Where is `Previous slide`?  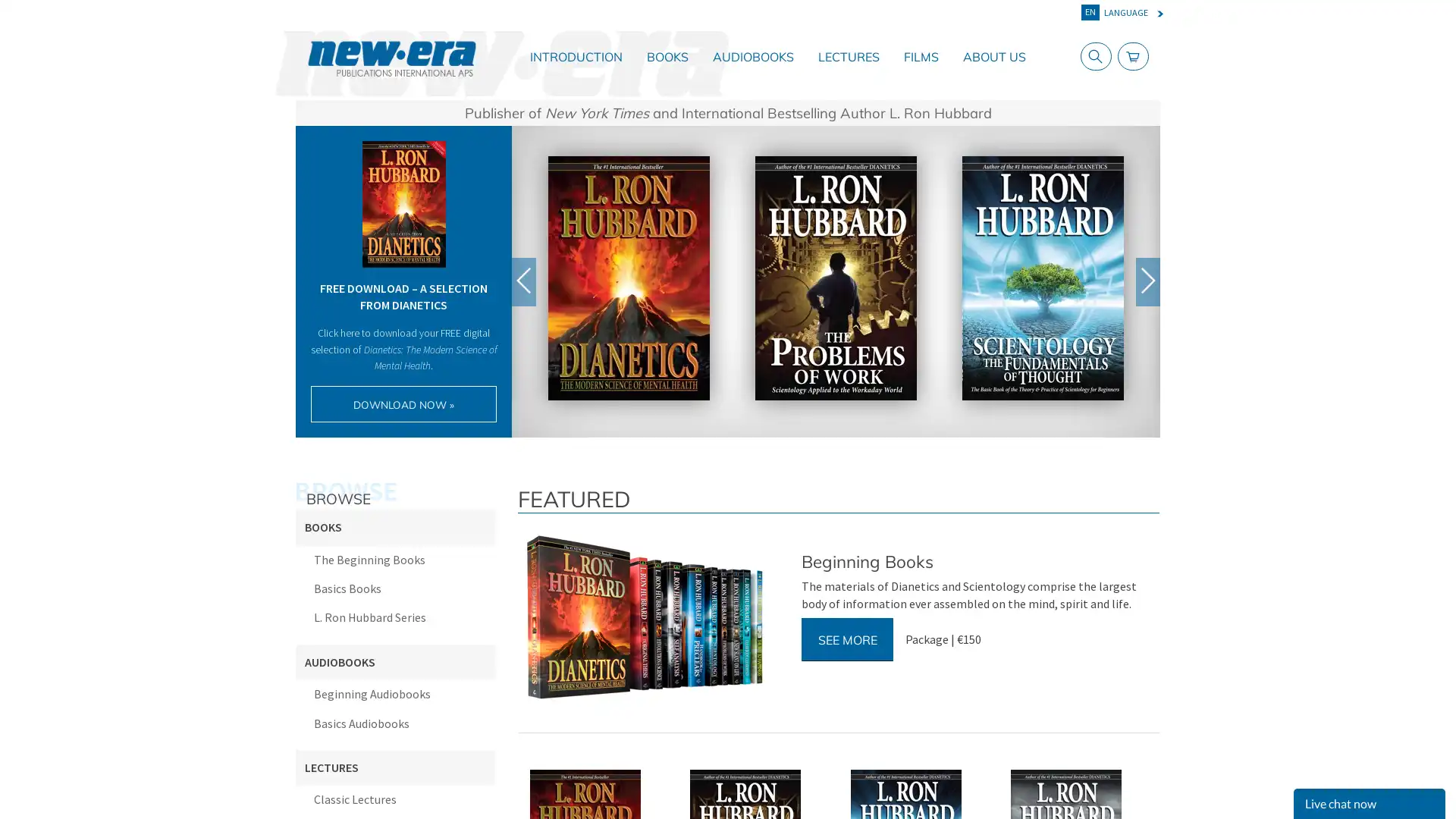 Previous slide is located at coordinates (524, 281).